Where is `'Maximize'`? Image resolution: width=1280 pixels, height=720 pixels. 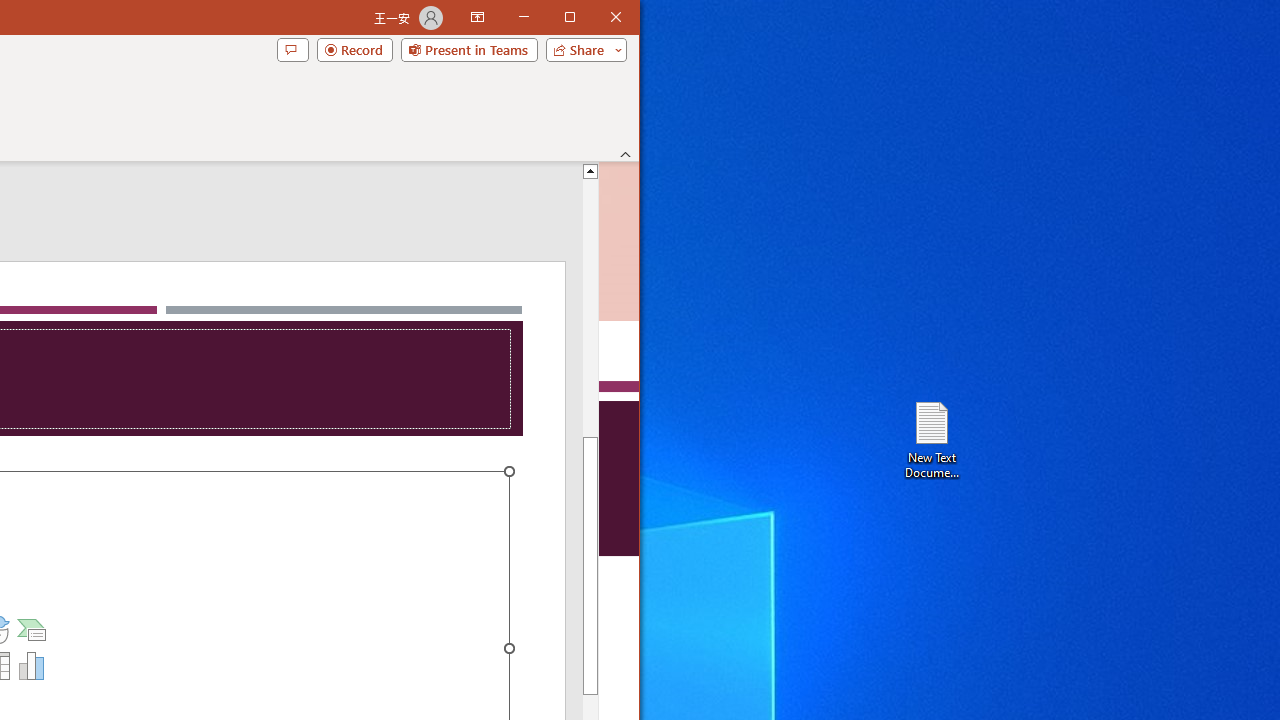
'Maximize' is located at coordinates (598, 19).